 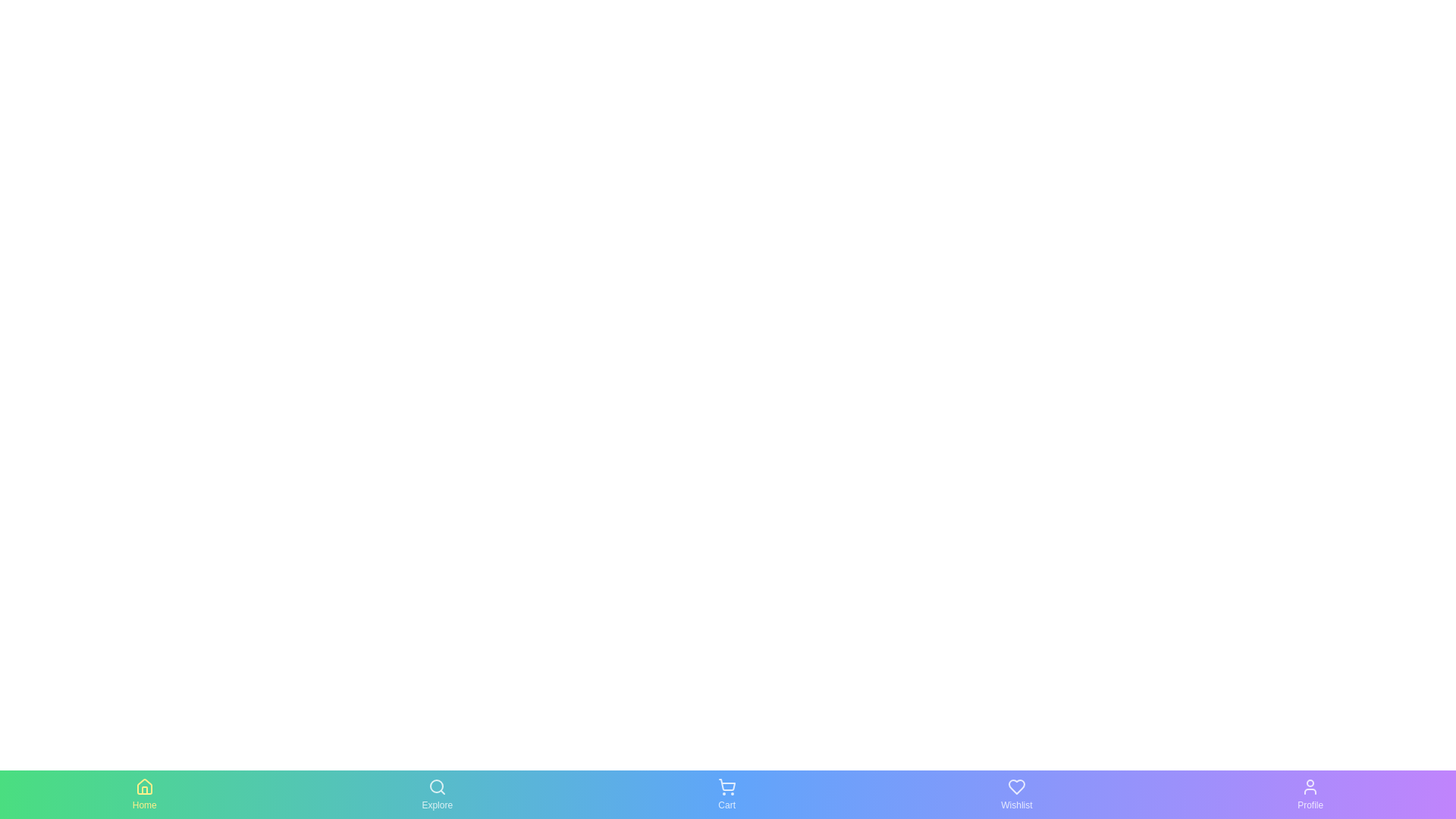 What do you see at coordinates (144, 794) in the screenshot?
I see `the Home navigation icon to trigger navigation` at bounding box center [144, 794].